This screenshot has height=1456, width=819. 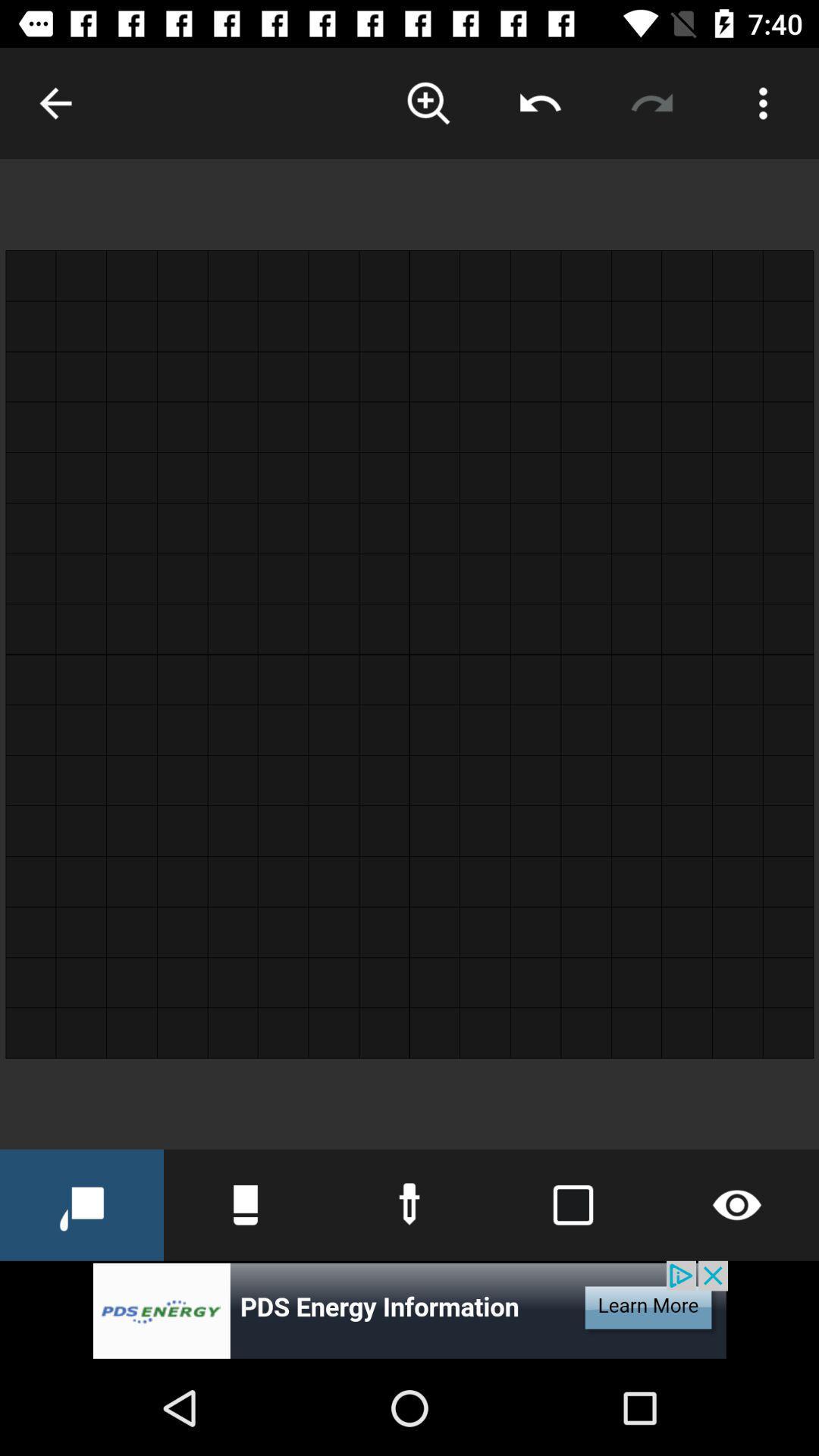 I want to click on option, so click(x=763, y=102).